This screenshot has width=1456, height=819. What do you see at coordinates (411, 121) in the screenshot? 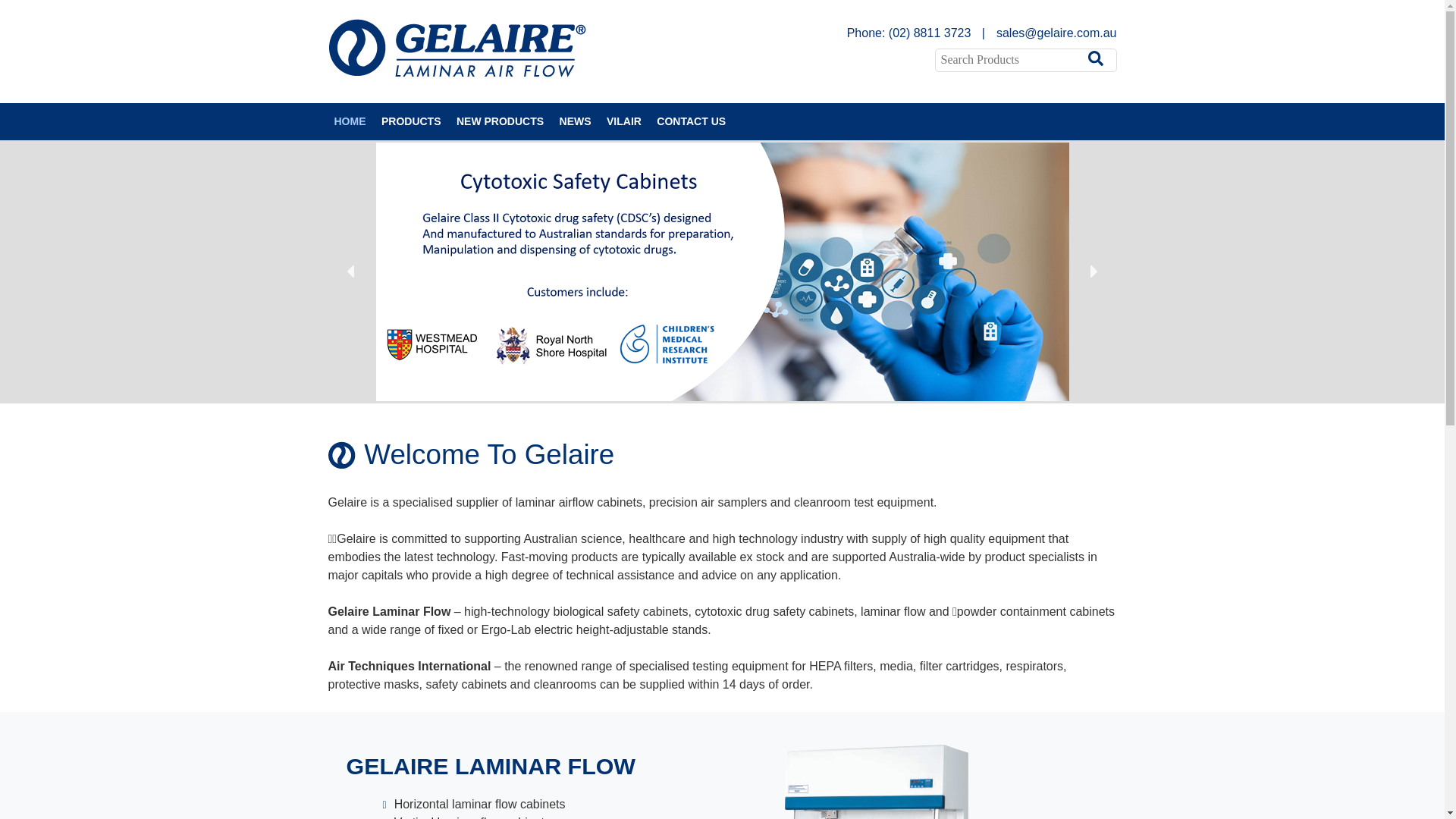
I see `'PRODUCTS'` at bounding box center [411, 121].